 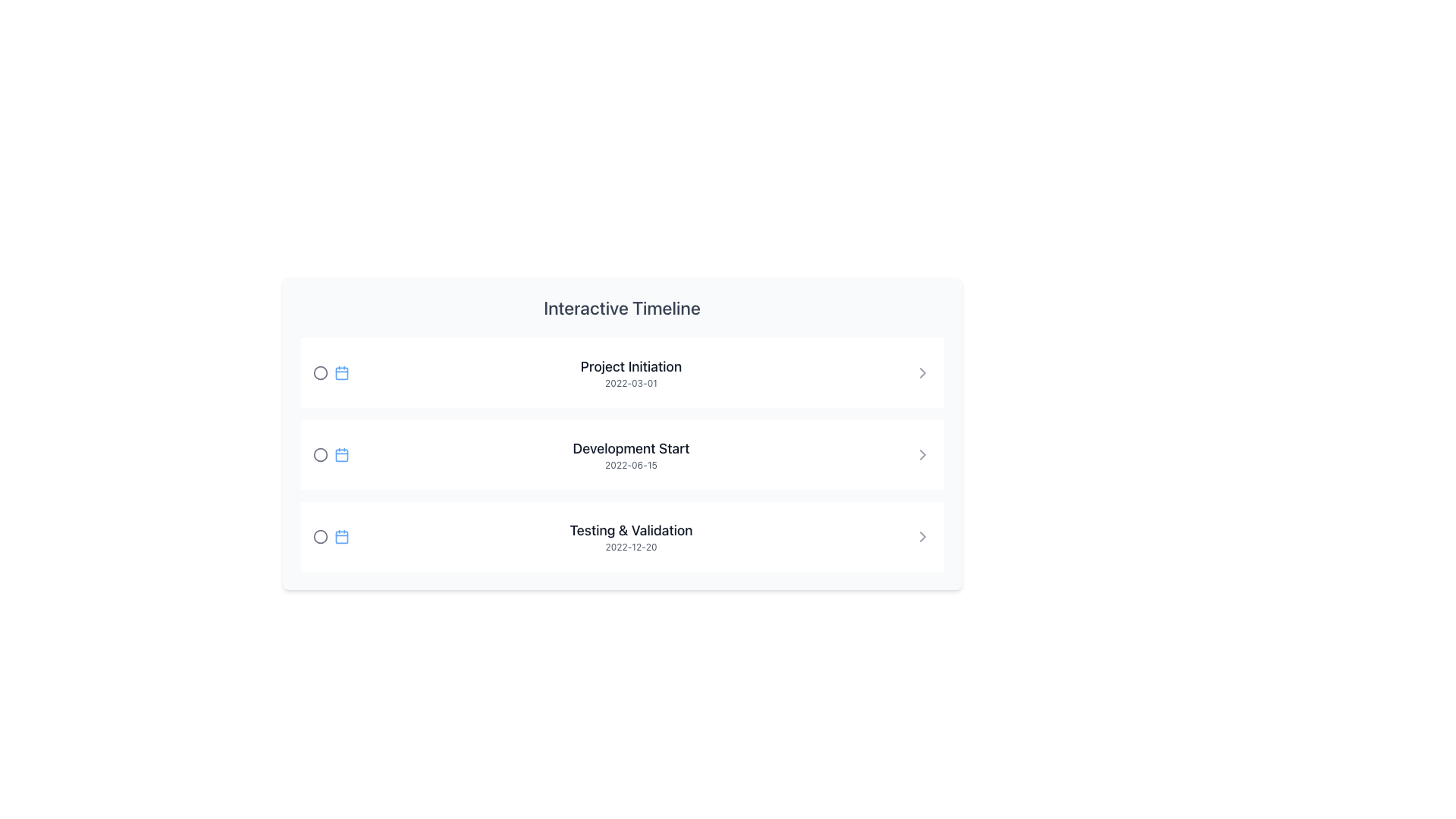 What do you see at coordinates (631, 547) in the screenshot?
I see `the static text element displaying the date '2022-12-20', which is styled in a small gray font and located below the 'Testing & Validation' title in the timeline` at bounding box center [631, 547].